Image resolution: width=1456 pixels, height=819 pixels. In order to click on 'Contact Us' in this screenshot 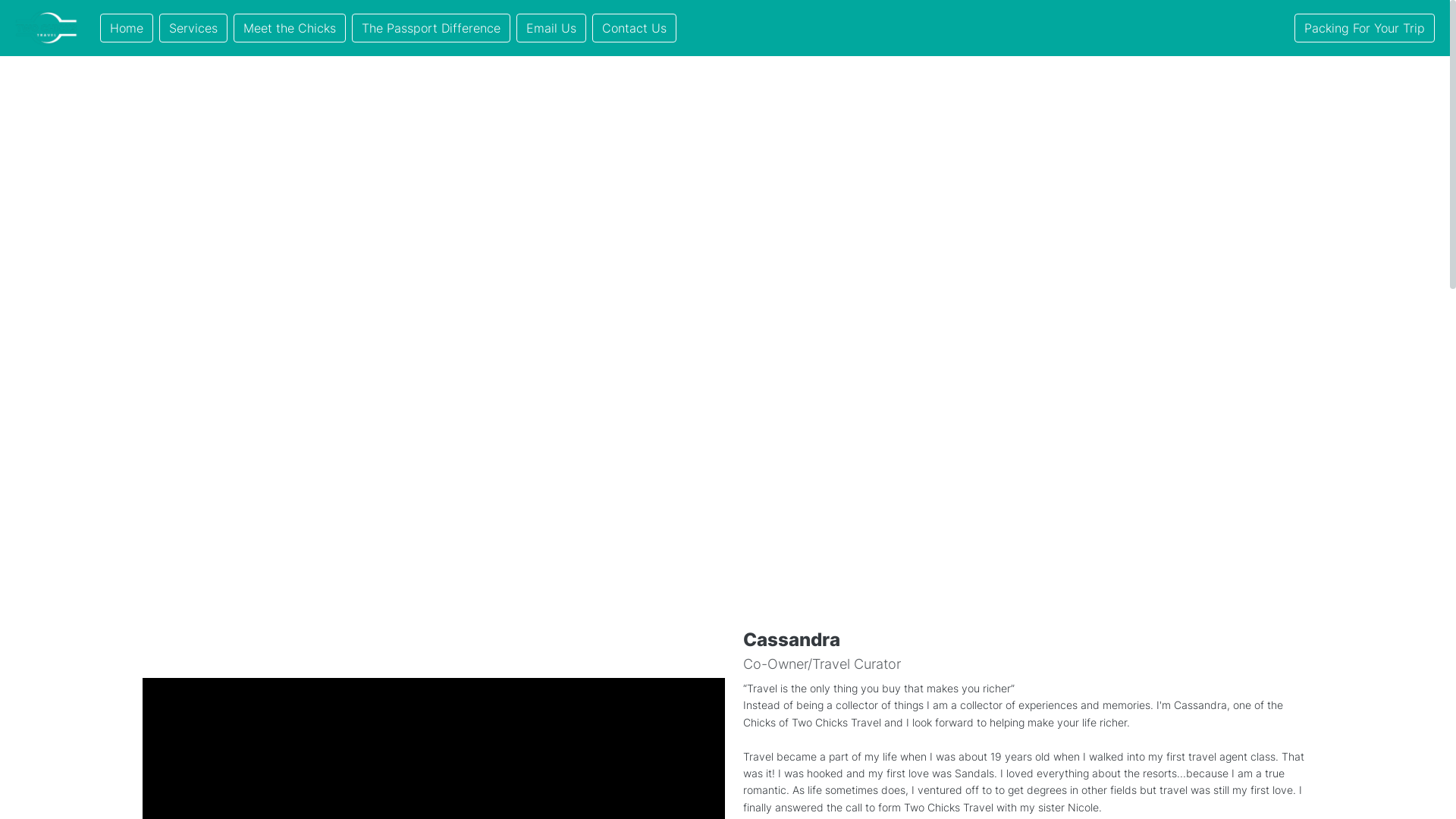, I will do `click(591, 28)`.